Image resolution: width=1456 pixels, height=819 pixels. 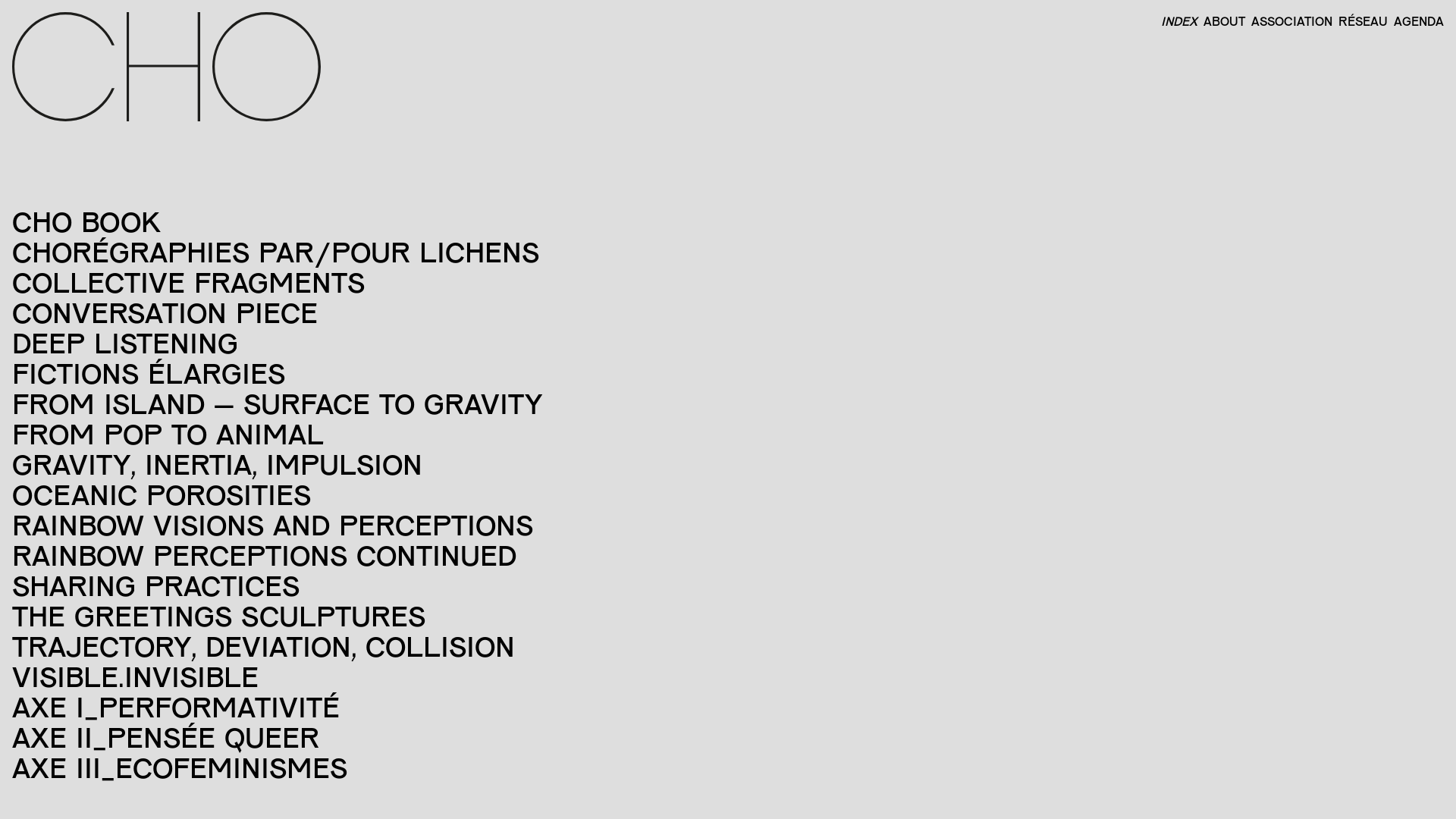 I want to click on 'AGENDA', so click(x=1415, y=20).